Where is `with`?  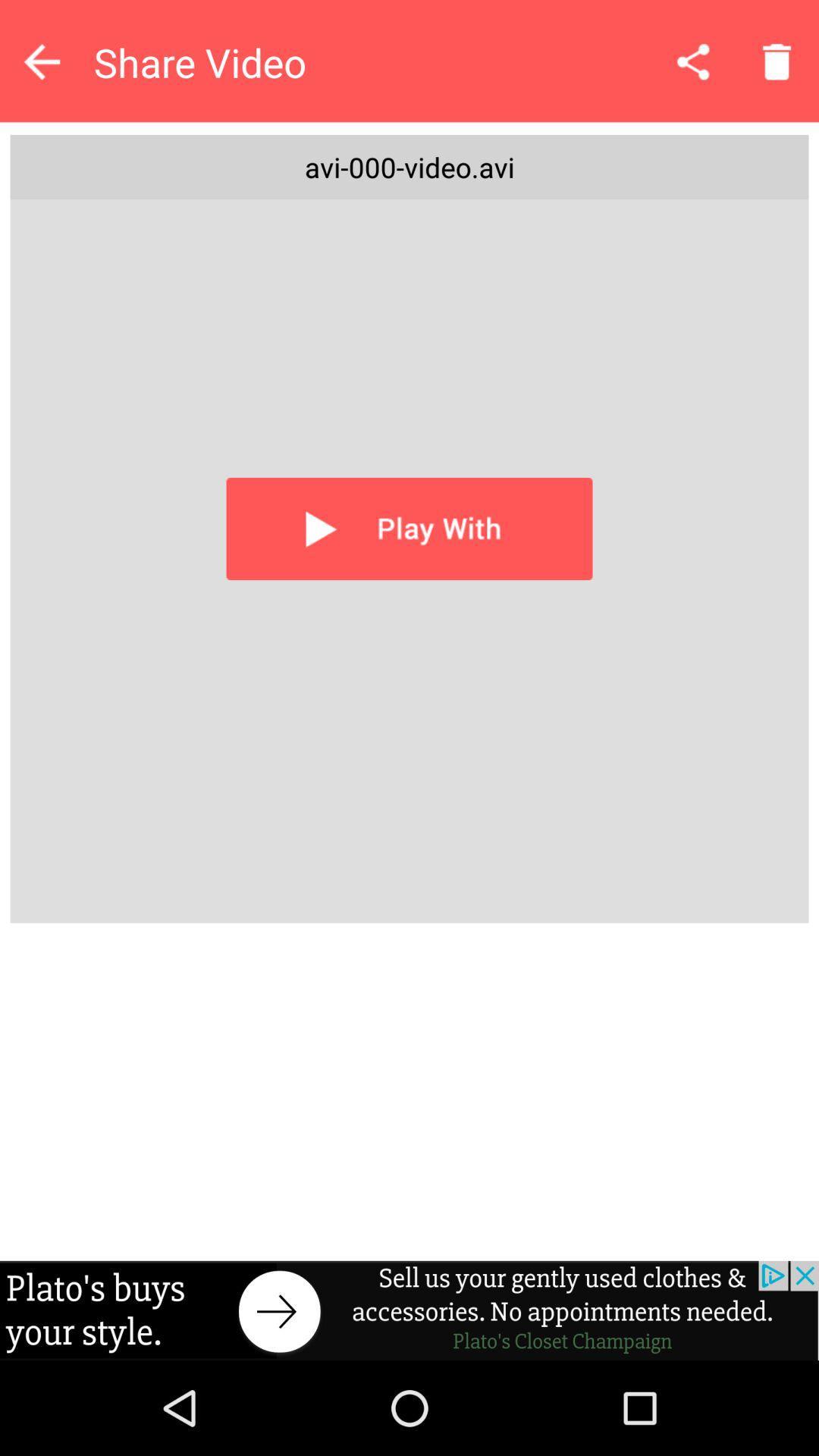
with is located at coordinates (409, 529).